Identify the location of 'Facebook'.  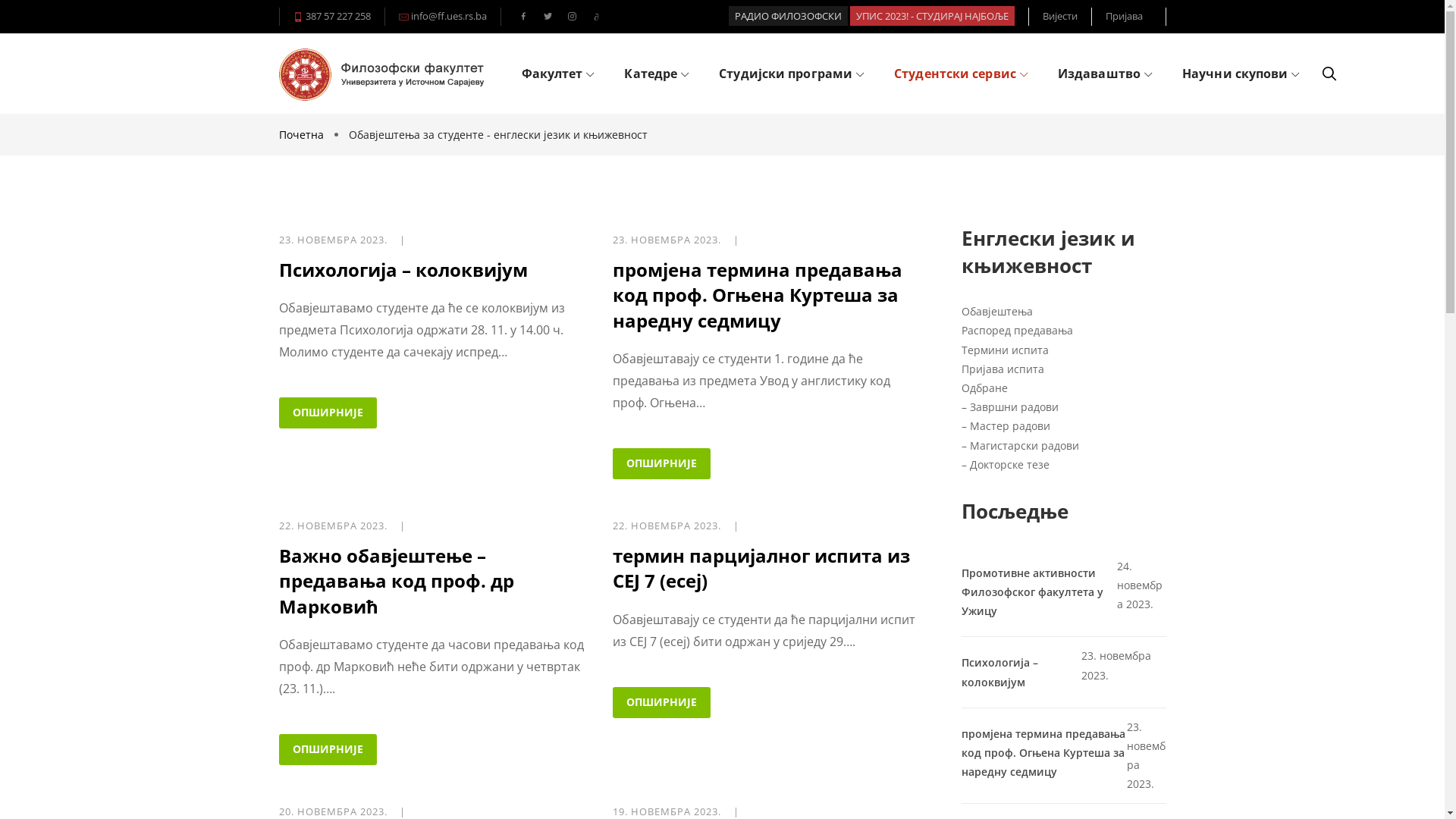
(523, 17).